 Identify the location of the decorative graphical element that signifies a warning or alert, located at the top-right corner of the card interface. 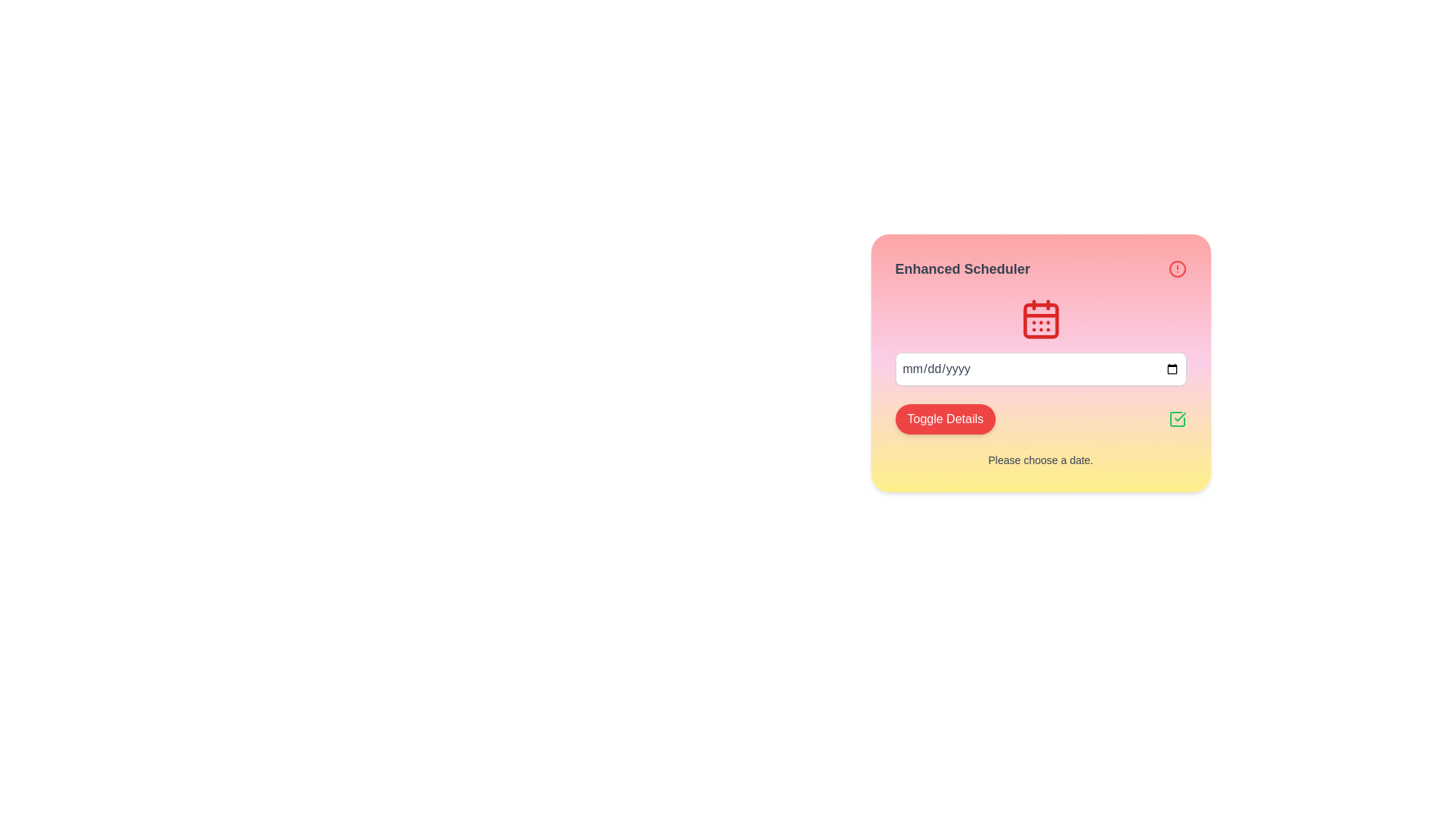
(1176, 268).